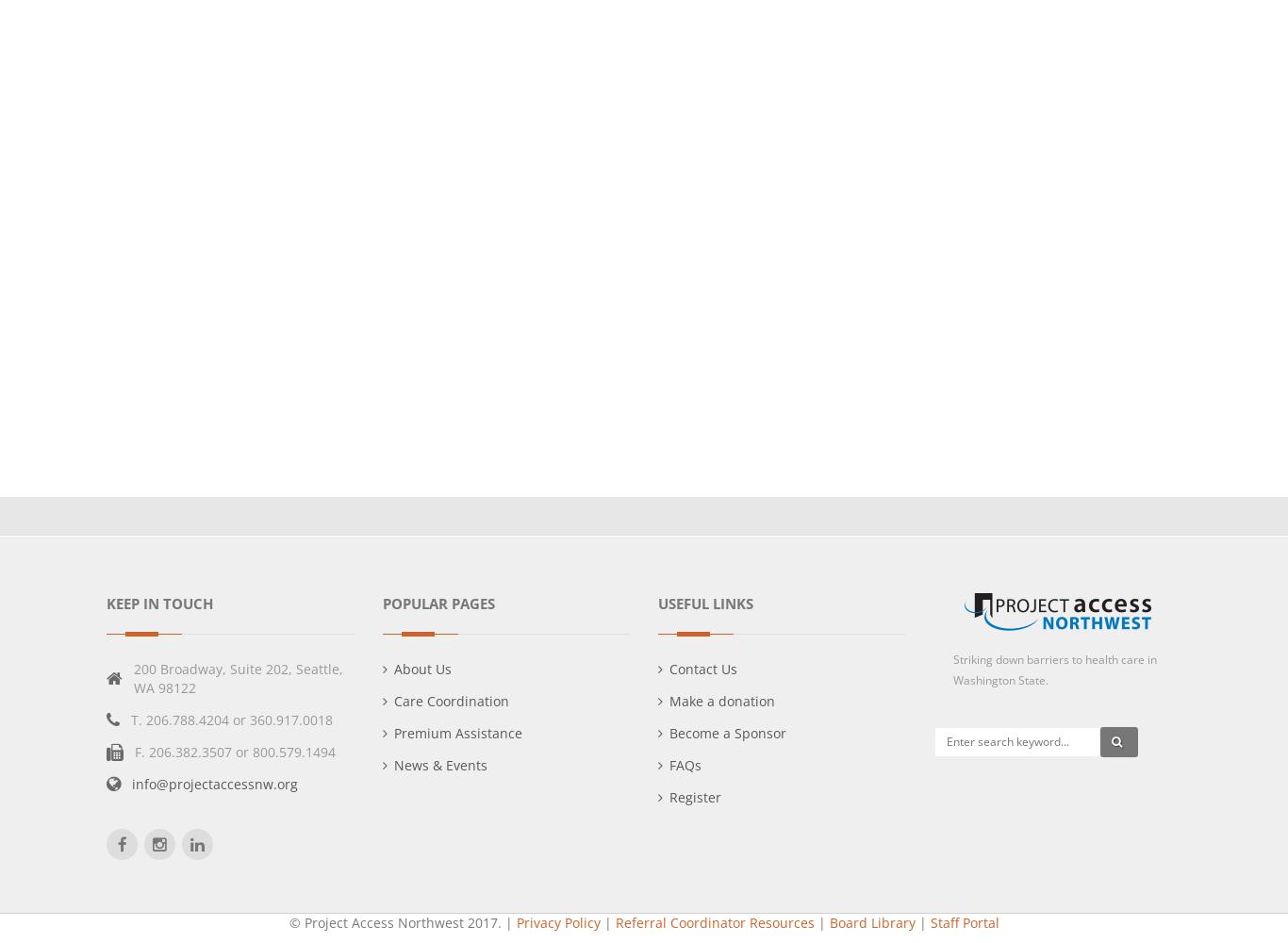  I want to click on '200 Broadway, Suite 202, Seattle, WA 98122', so click(238, 676).